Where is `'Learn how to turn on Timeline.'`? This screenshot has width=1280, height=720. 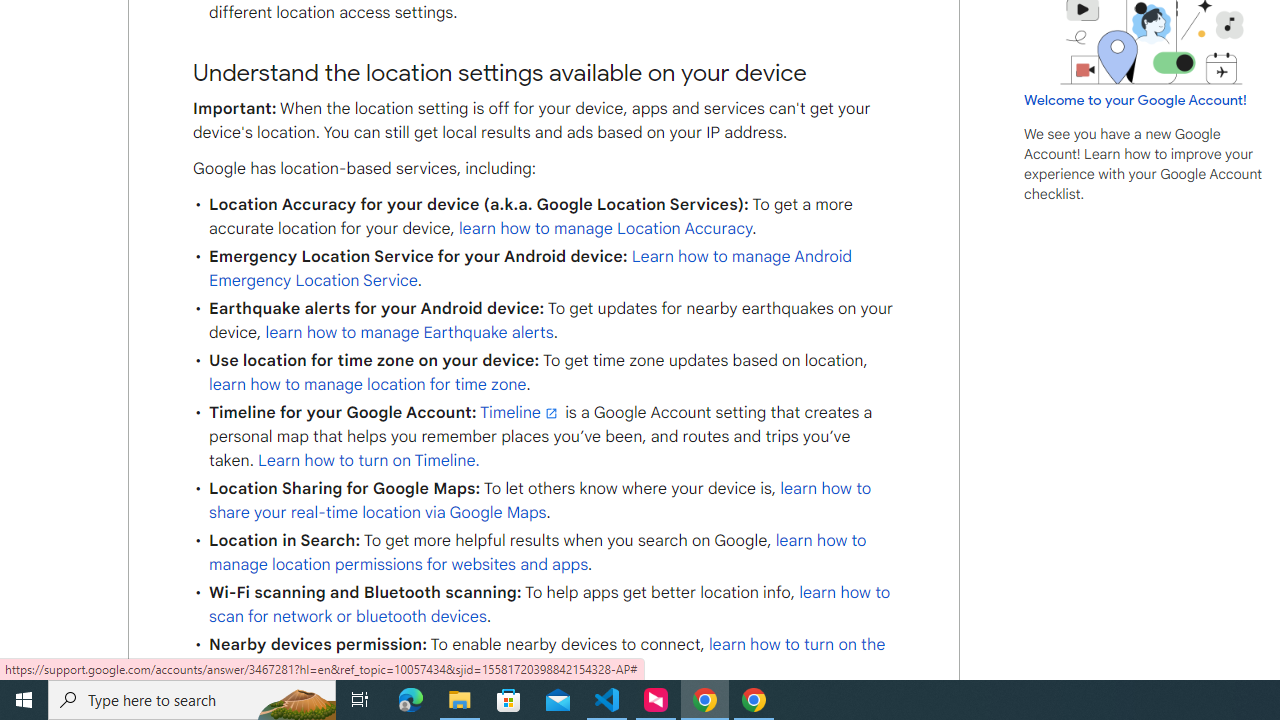 'Learn how to turn on Timeline.' is located at coordinates (369, 460).